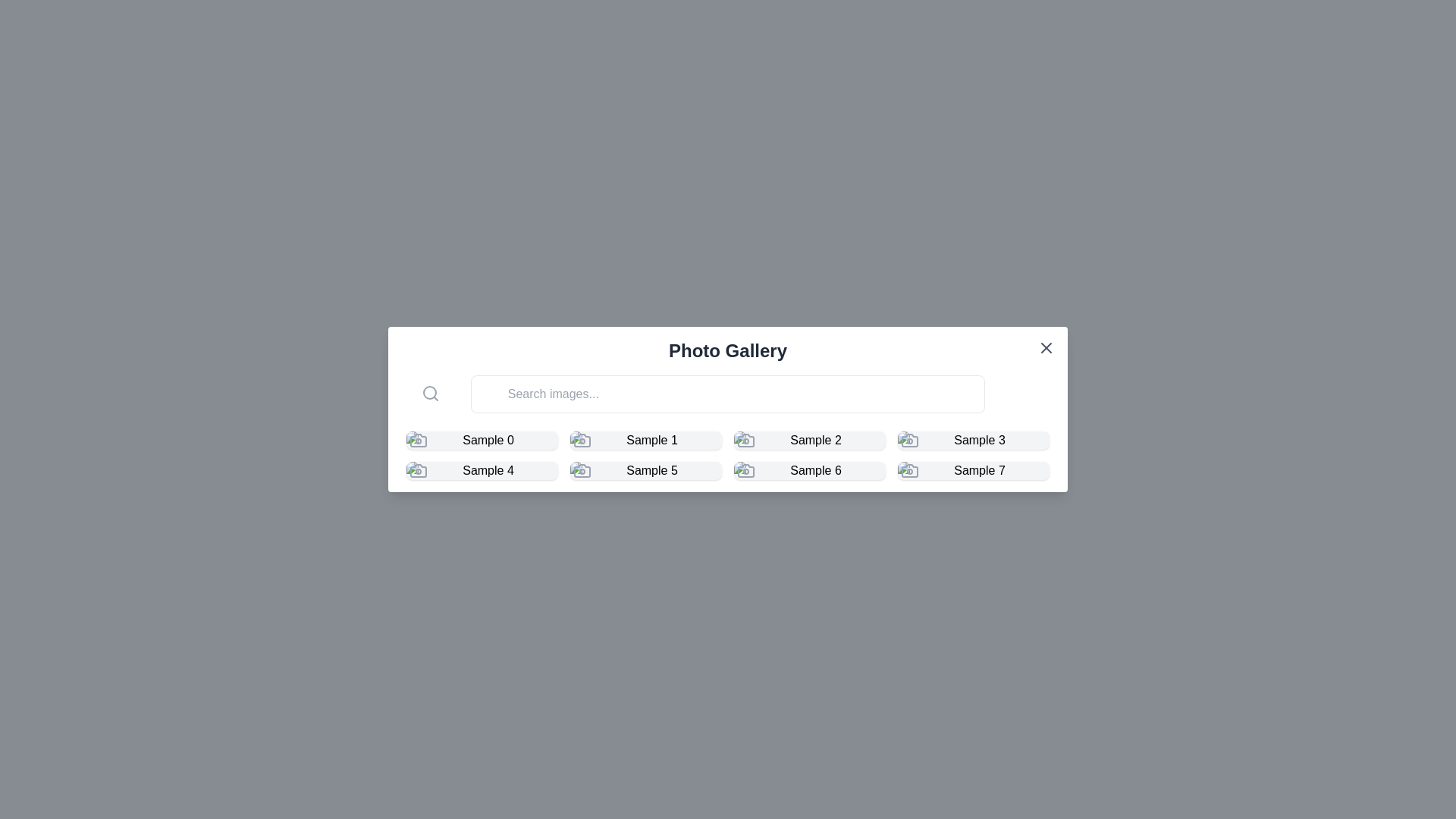 The image size is (1456, 819). Describe the element at coordinates (582, 470) in the screenshot. I see `the decorative icon representing a photo in the 'Photo Gallery' interface, specifically the element in the second position of the second row, which is part of the thumbnail labeled 'Sample 5'` at that location.